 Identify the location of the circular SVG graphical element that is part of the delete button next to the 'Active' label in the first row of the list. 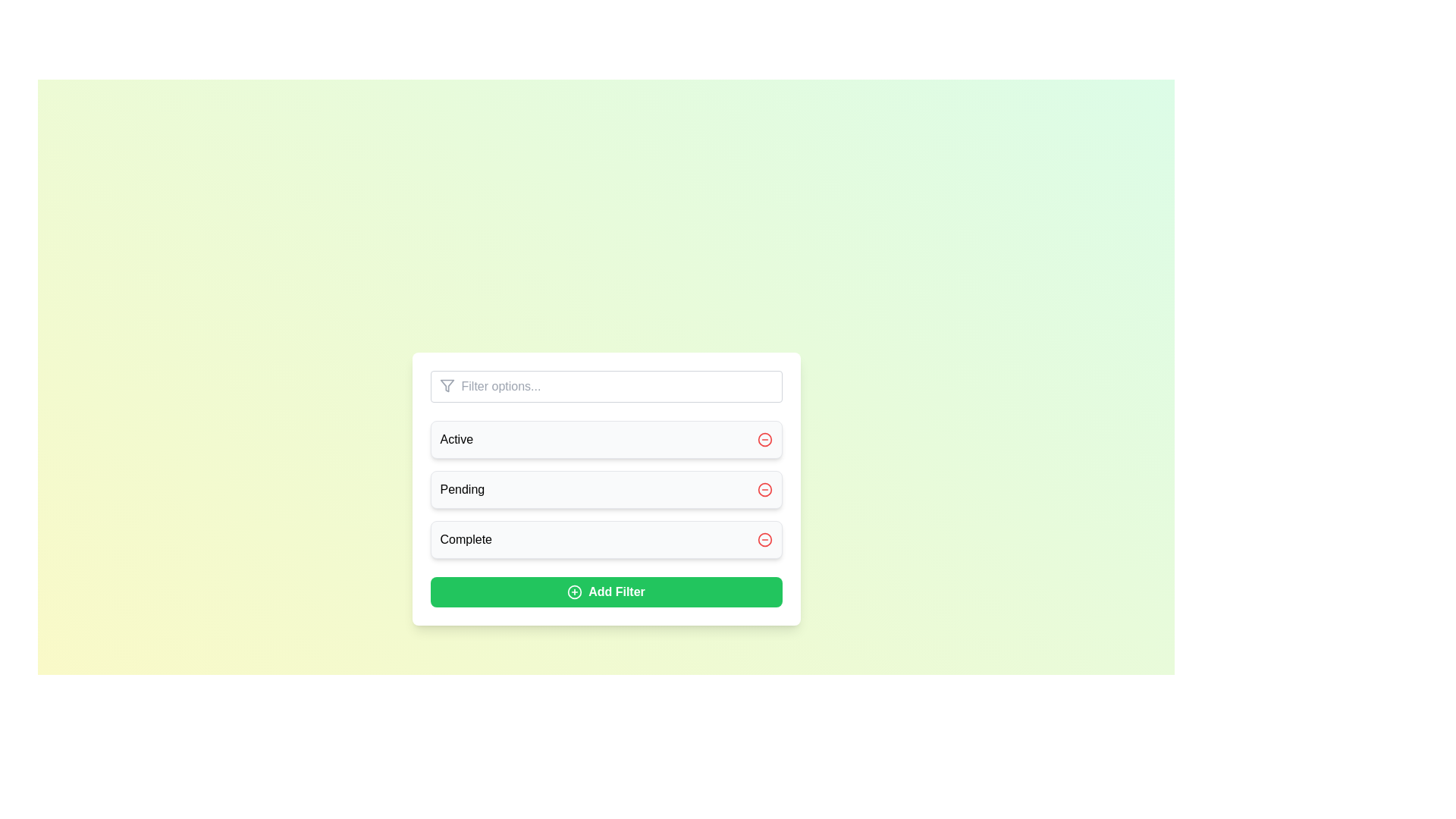
(764, 439).